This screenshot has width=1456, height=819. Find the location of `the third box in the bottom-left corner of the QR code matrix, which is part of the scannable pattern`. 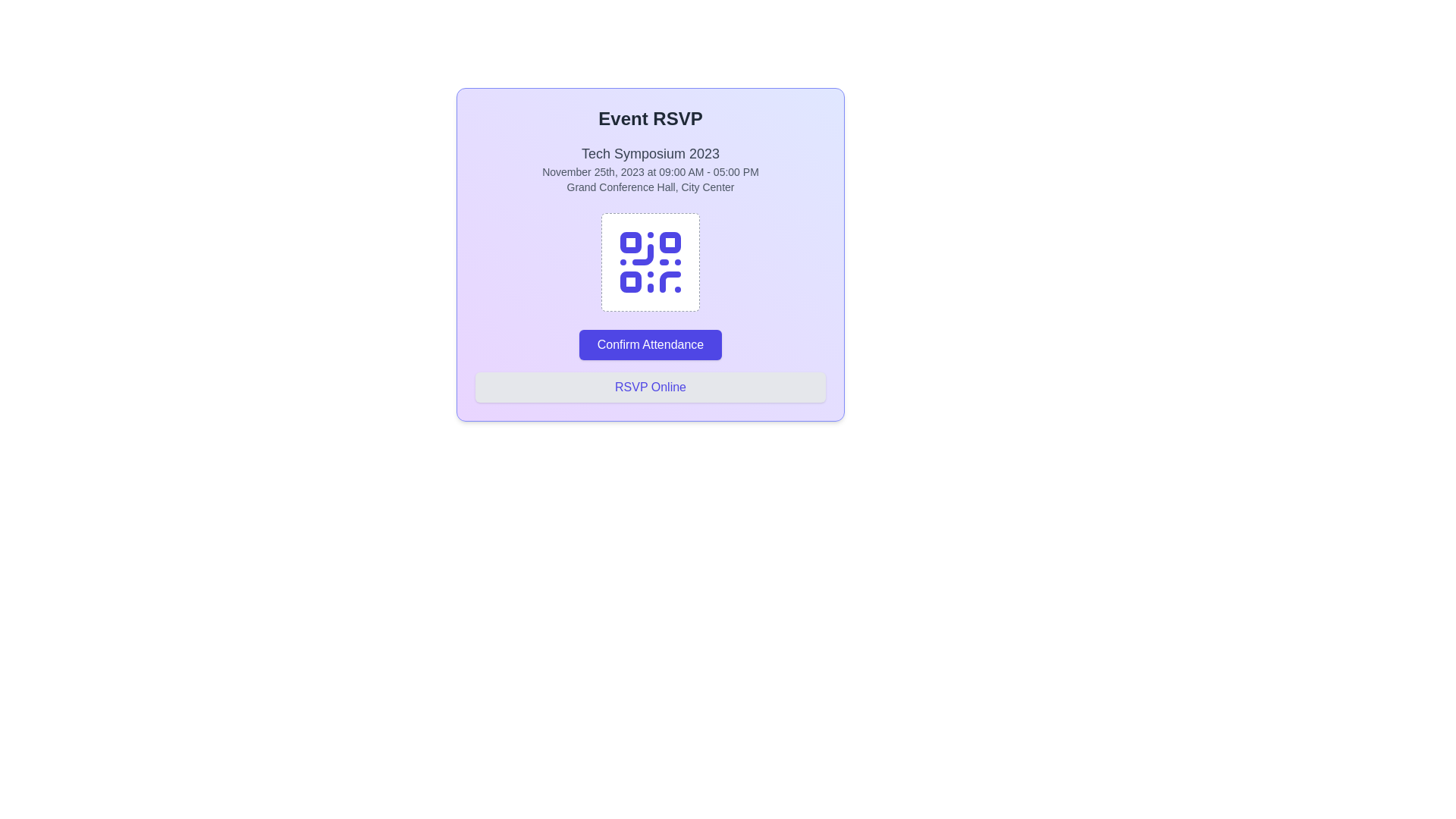

the third box in the bottom-left corner of the QR code matrix, which is part of the scannable pattern is located at coordinates (630, 281).